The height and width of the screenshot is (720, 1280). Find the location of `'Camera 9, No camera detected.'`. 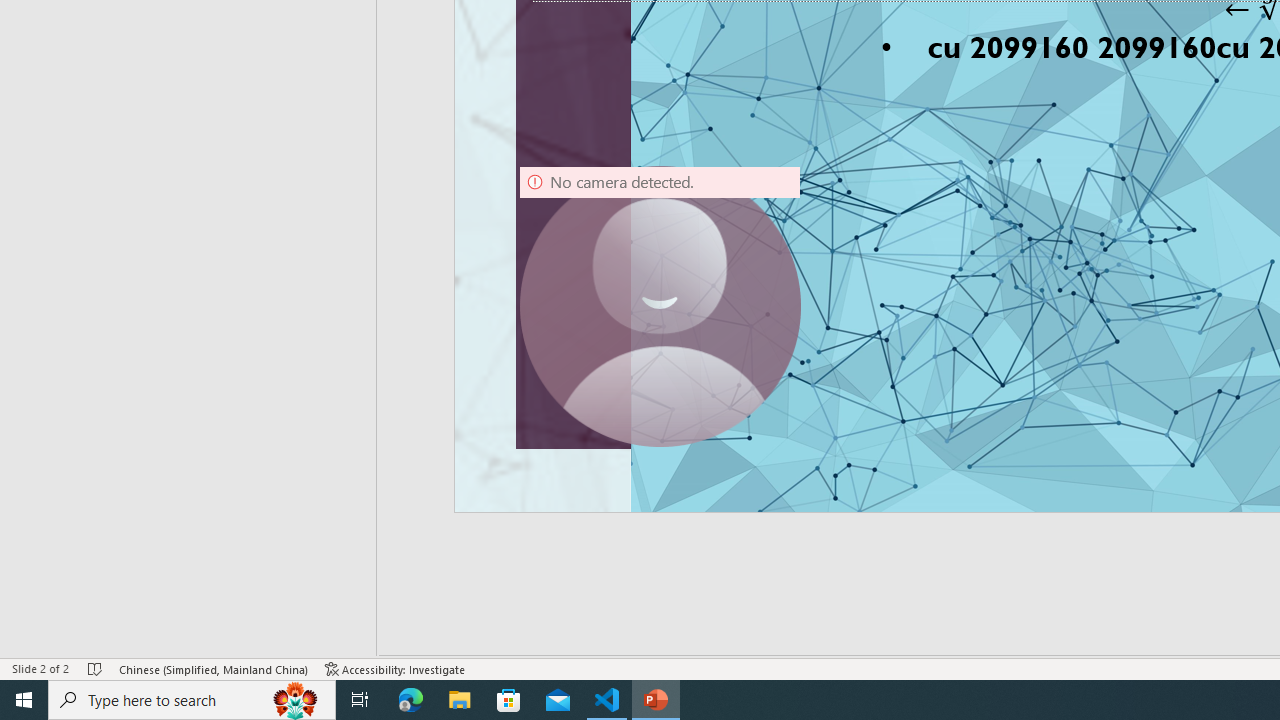

'Camera 9, No camera detected.' is located at coordinates (660, 307).